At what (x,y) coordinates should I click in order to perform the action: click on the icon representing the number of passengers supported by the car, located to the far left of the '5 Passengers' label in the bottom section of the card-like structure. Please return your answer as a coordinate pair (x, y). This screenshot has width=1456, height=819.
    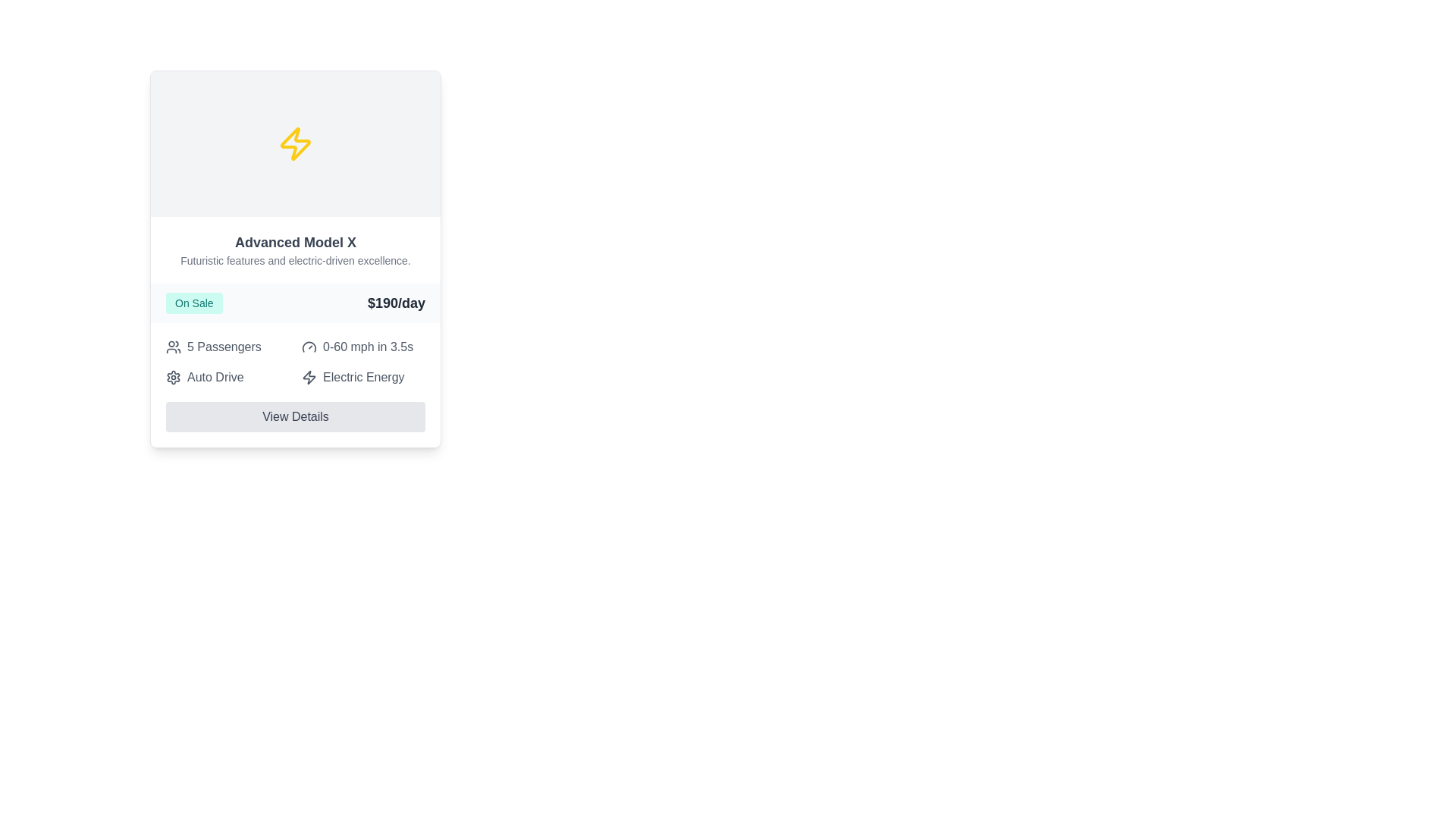
    Looking at the image, I should click on (174, 347).